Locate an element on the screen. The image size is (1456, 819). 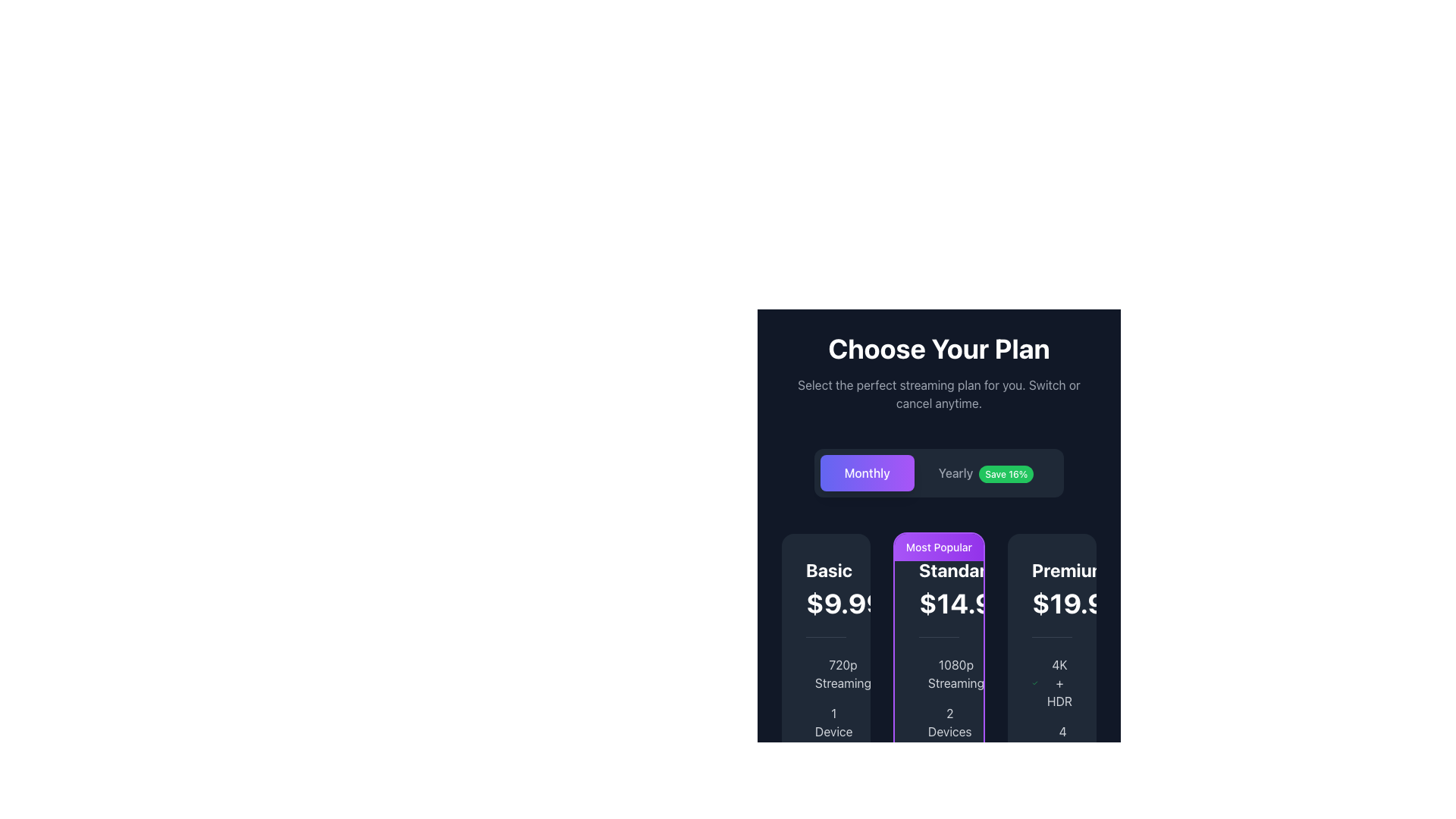
text label displaying 'Basic' which is styled in bold, white, and larger font, located at the top of the first pricing card in the 'Choose Your Plan' section is located at coordinates (825, 570).